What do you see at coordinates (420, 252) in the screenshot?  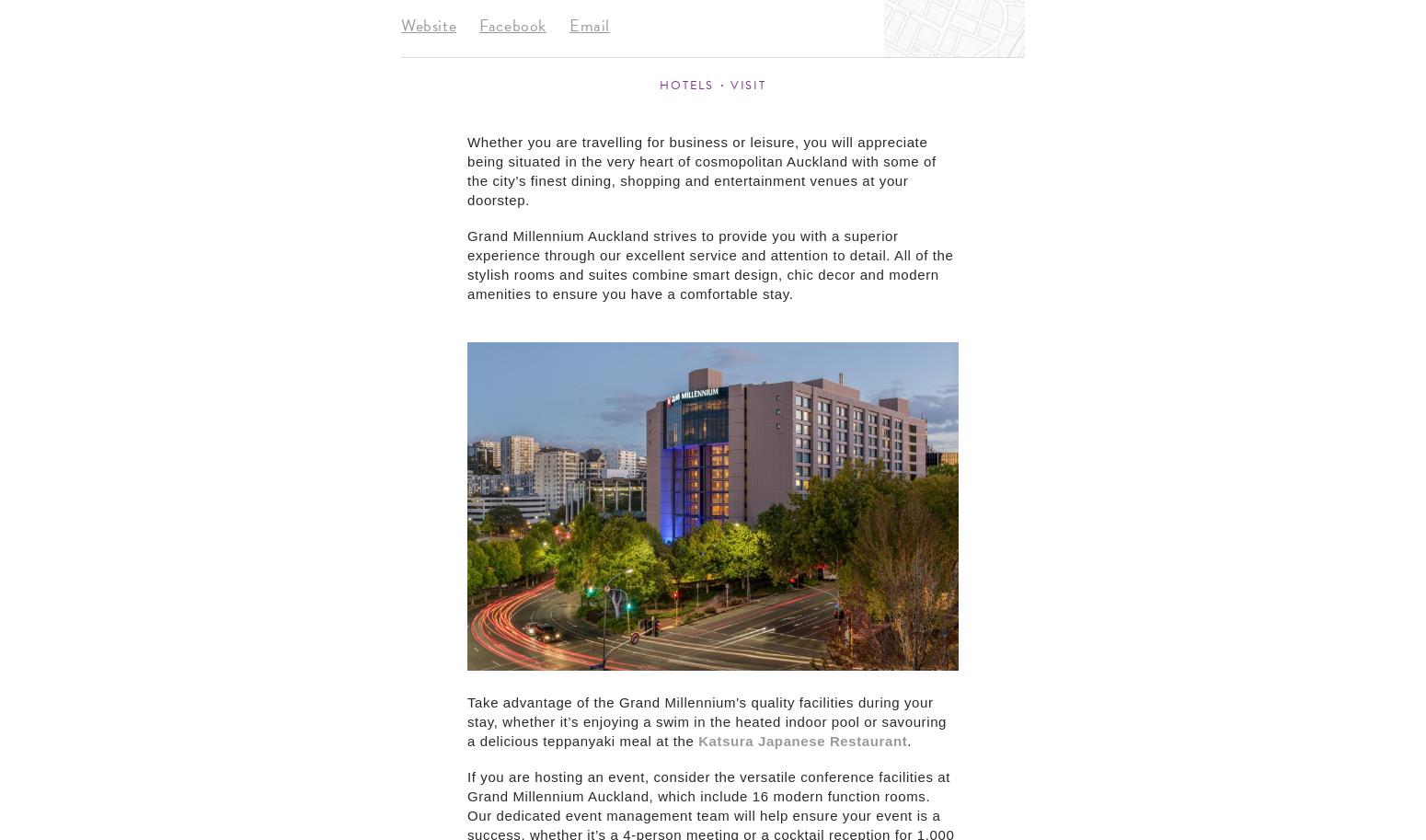 I see `'Christmas & NYE dinners and events'` at bounding box center [420, 252].